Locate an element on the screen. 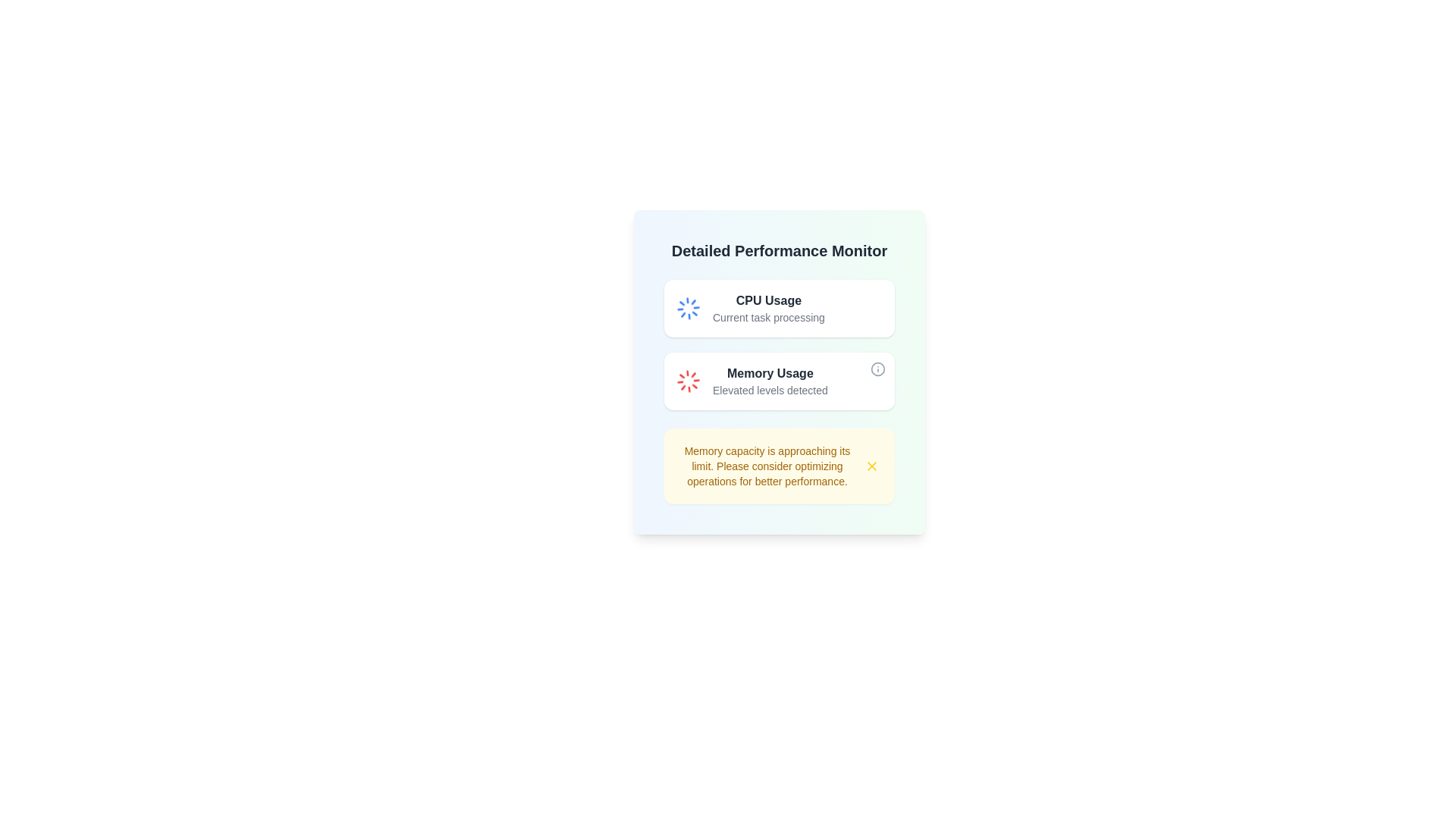 Image resolution: width=1456 pixels, height=819 pixels. the text label reading 'Current task processing.' which is styled in a small gray font and is located directly beneath the 'CPU Usage' title is located at coordinates (768, 317).